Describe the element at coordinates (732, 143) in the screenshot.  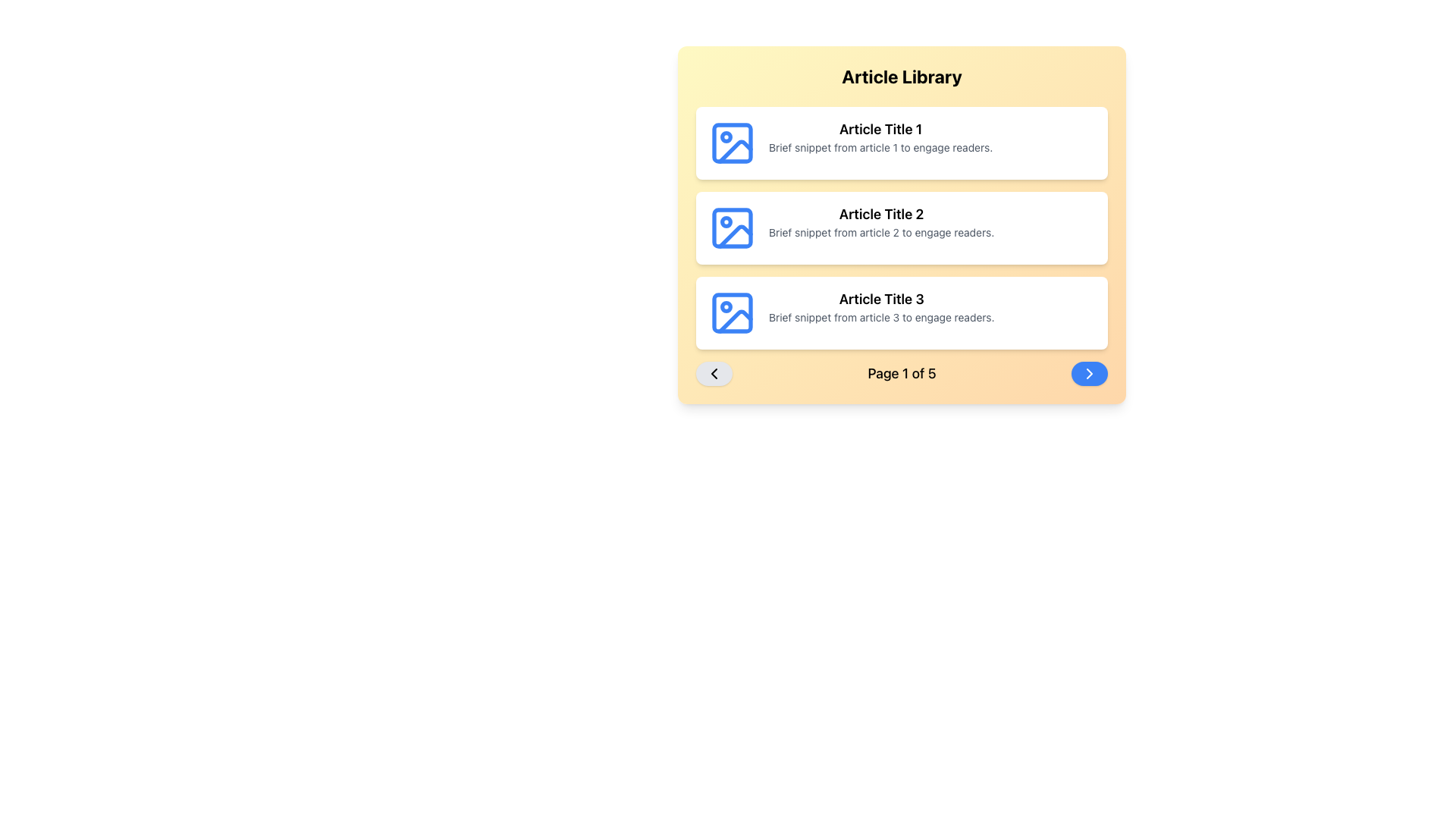
I see `the decorative SVG graphical element that represents the article entry icon on the left side of the first article card in the 'Article Library'` at that location.